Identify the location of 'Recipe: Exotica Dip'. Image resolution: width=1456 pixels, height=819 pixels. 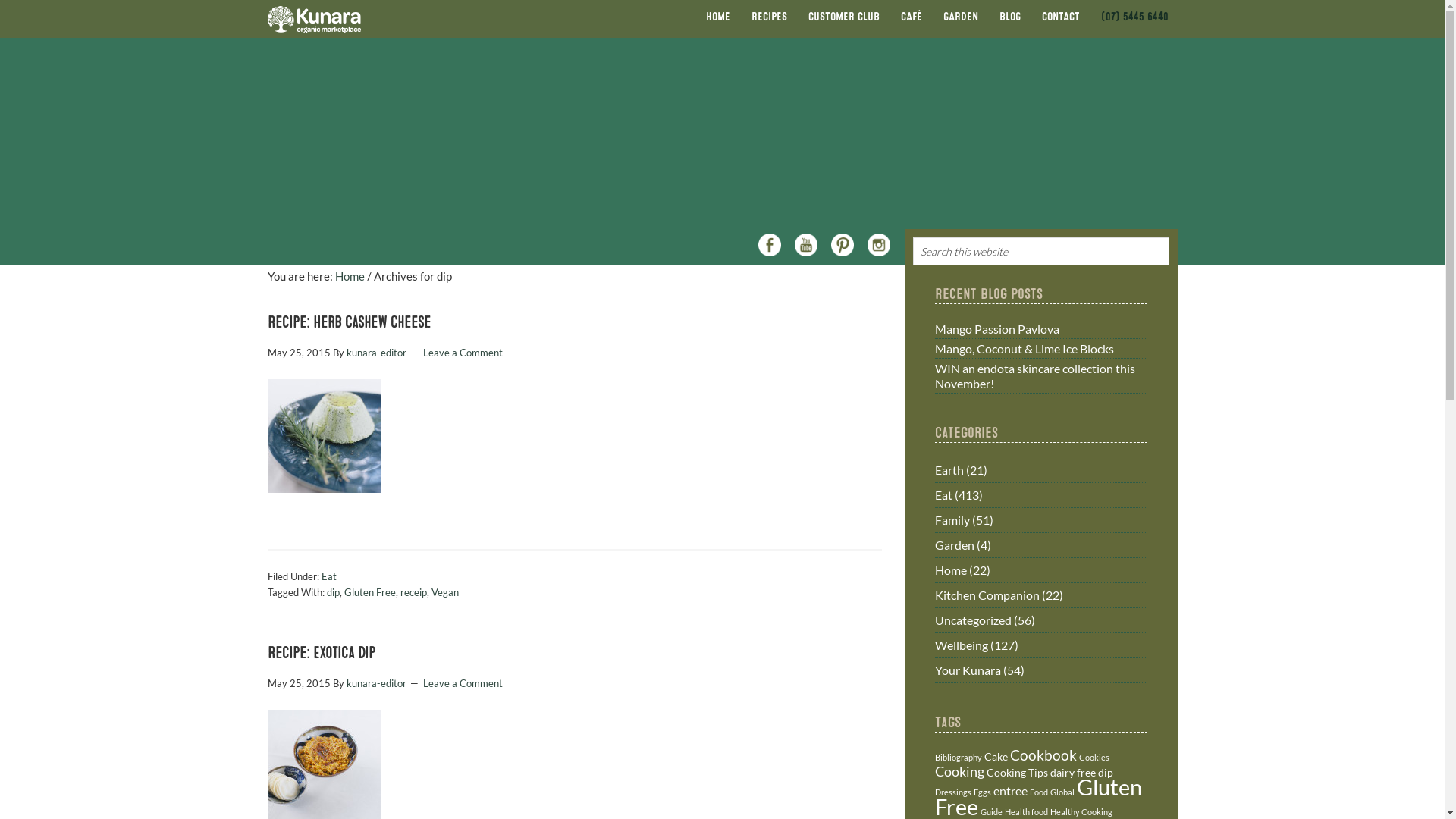
(319, 652).